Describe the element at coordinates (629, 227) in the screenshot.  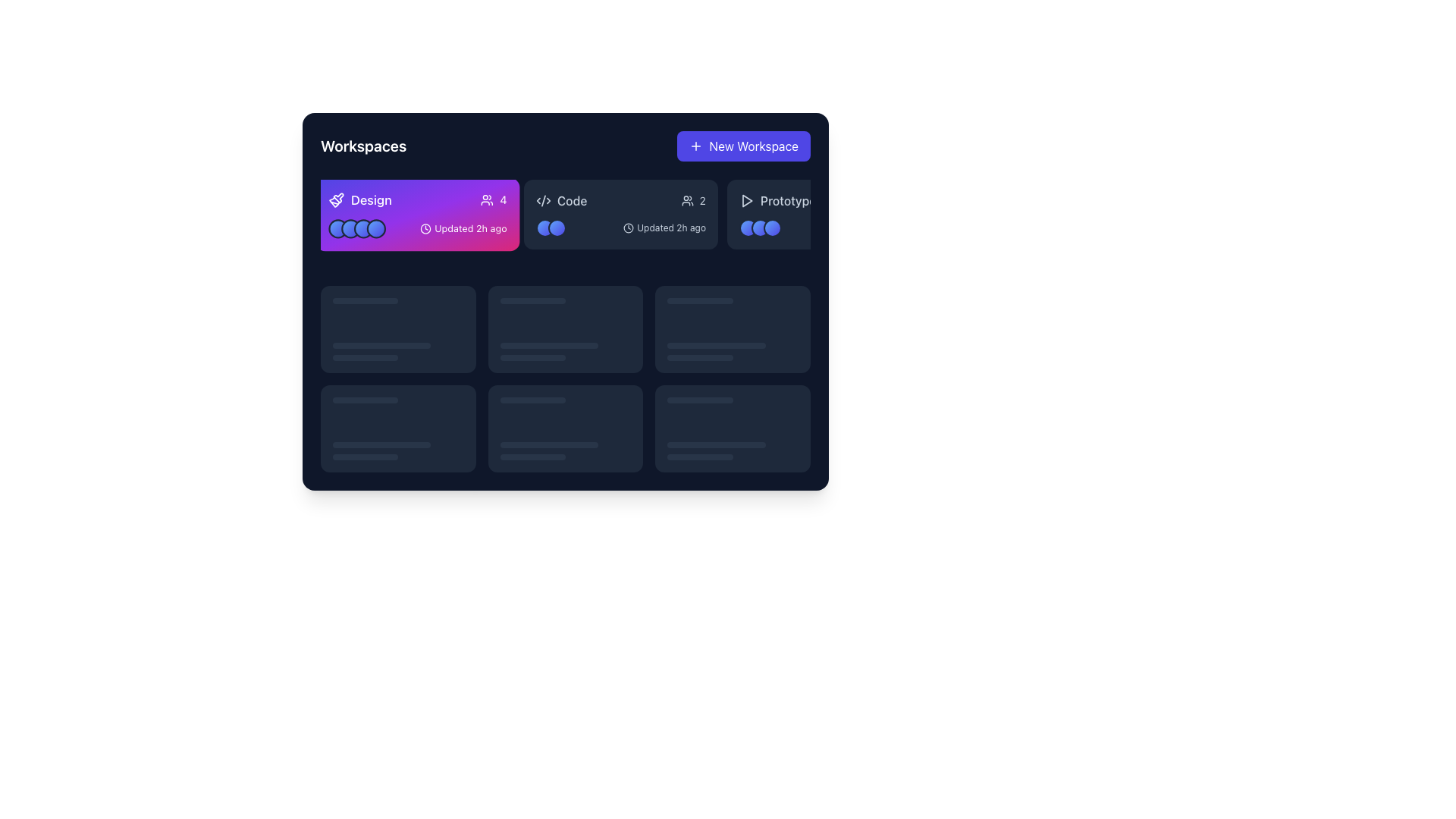
I see `the decorative icon (SVG) adjacent to the text 'Updated 2h ago.' in the 'Code' section of the workspace panel` at that location.